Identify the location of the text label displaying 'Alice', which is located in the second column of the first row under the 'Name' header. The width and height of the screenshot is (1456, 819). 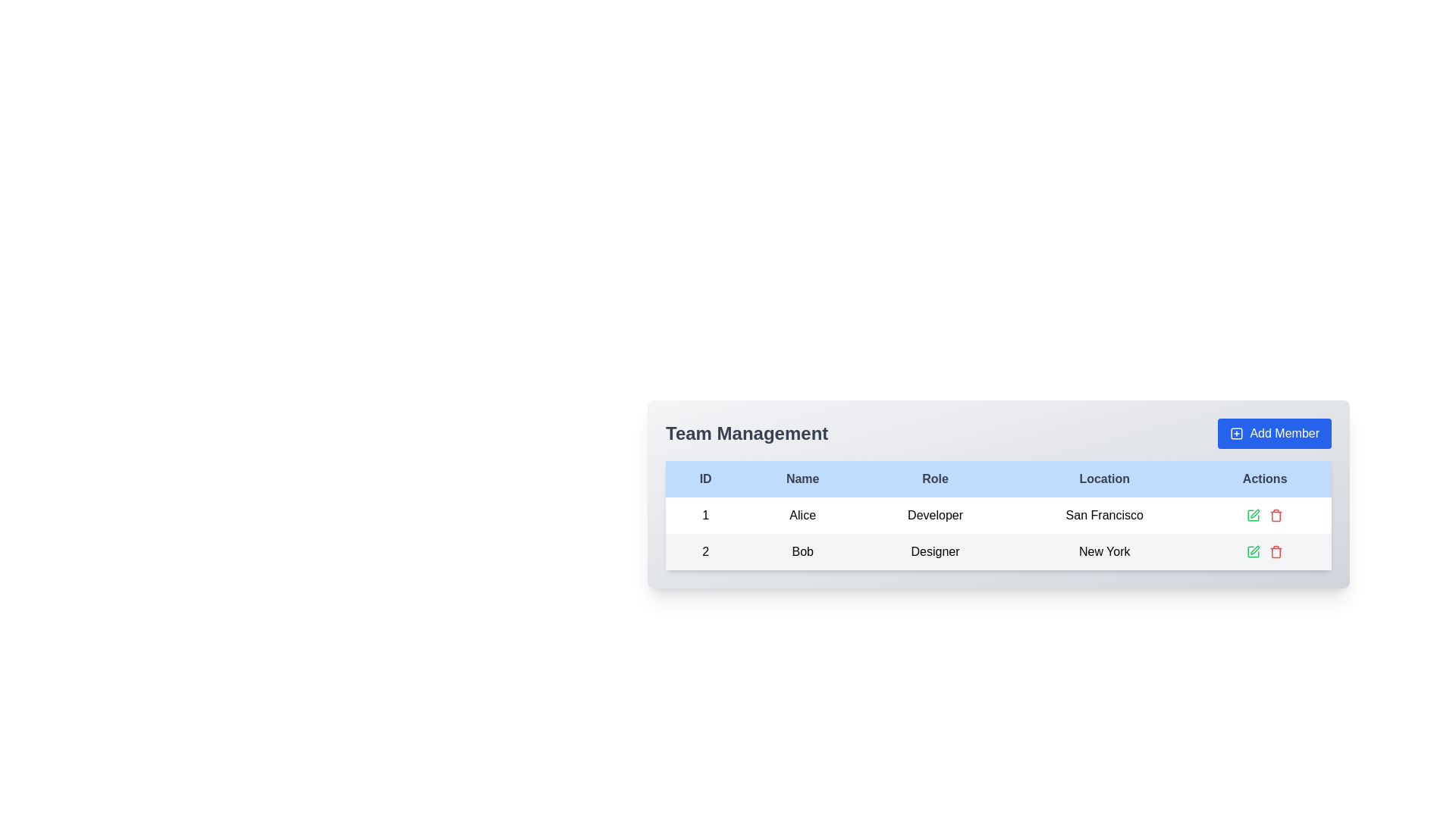
(802, 514).